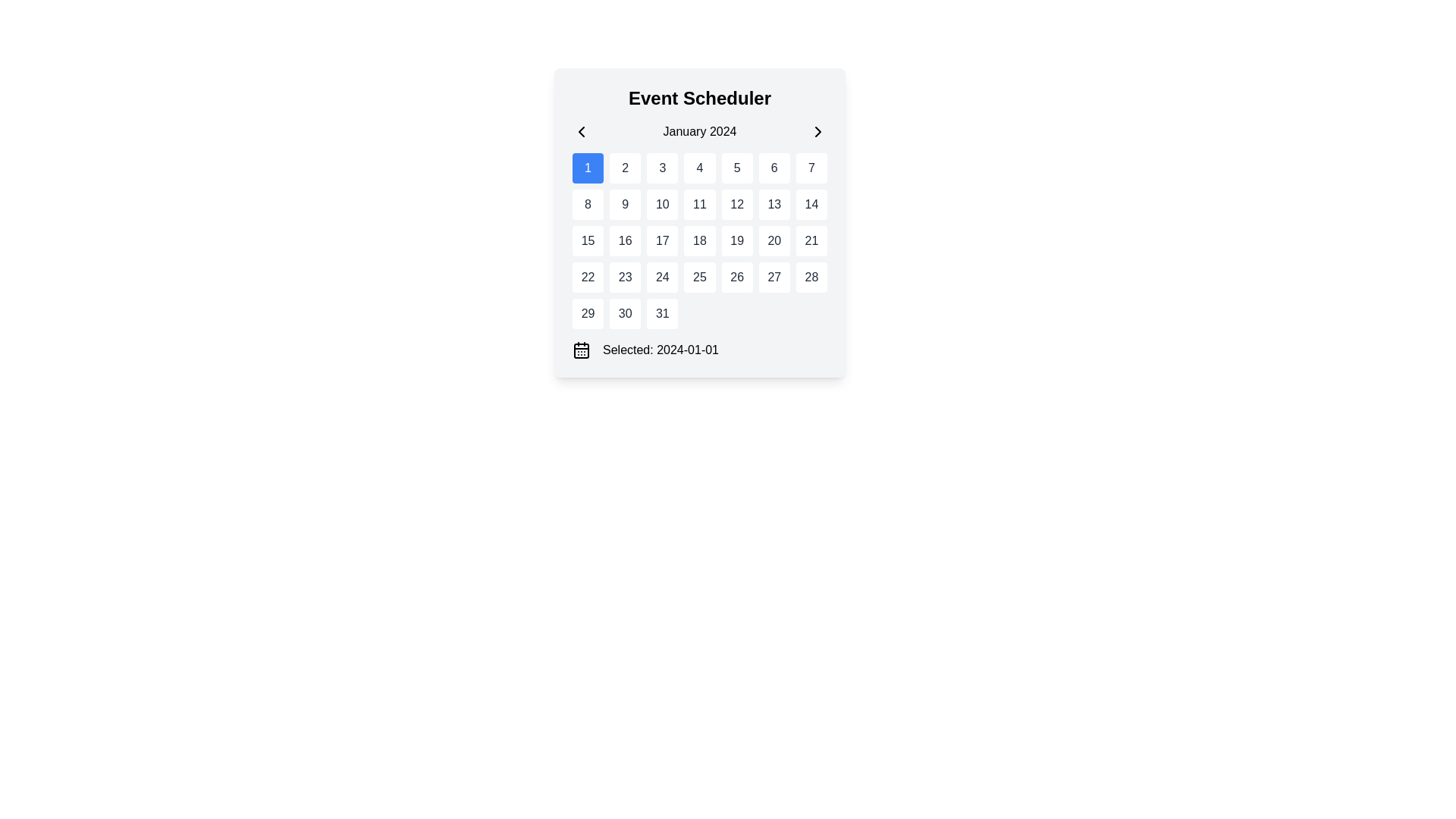 The width and height of the screenshot is (1456, 819). Describe the element at coordinates (587, 312) in the screenshot. I see `the button-like calendar date item displaying the numeral '29' in the last row, first column of the grid` at that location.